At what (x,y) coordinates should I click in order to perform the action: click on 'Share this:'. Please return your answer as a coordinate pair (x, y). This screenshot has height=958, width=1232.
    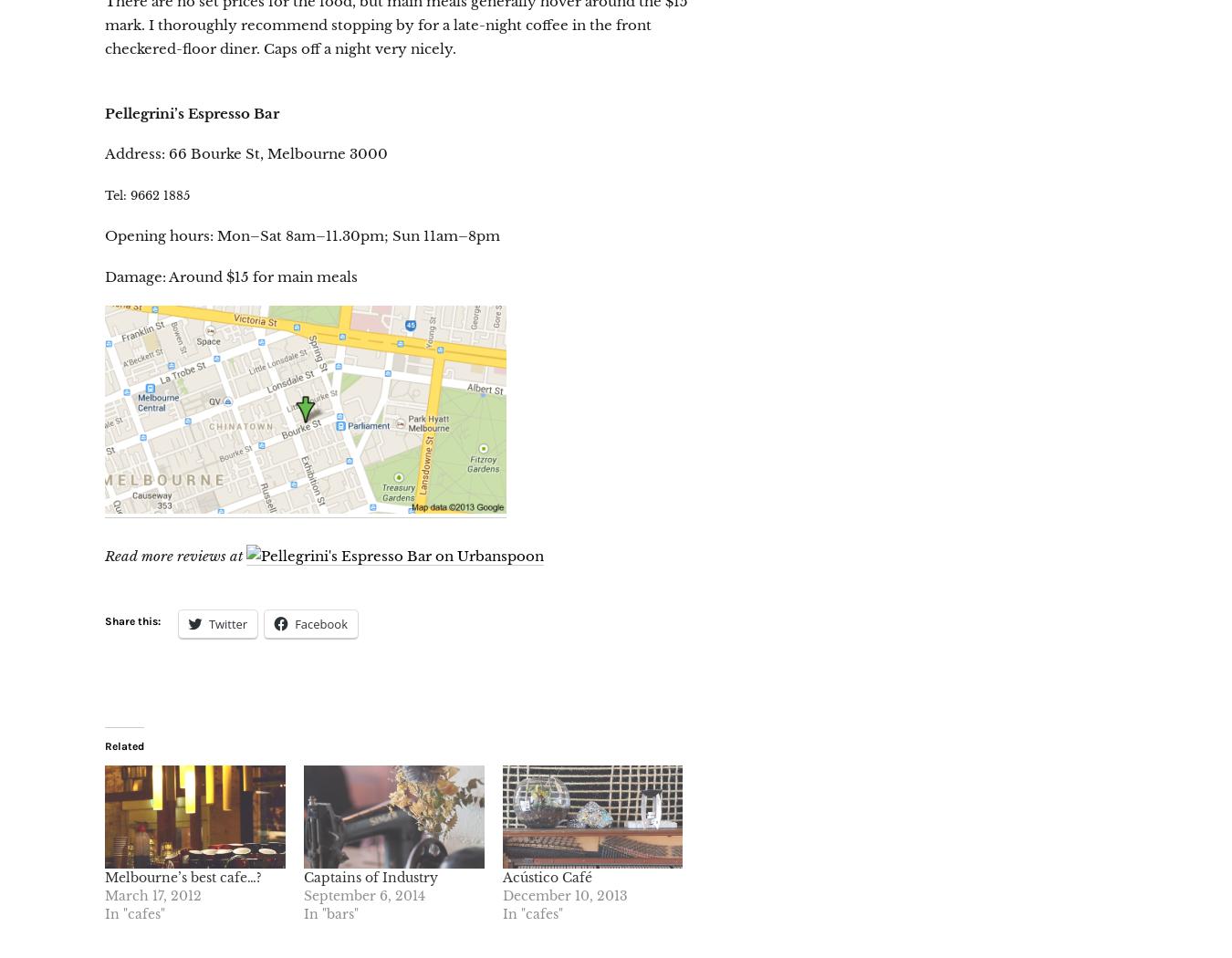
    Looking at the image, I should click on (132, 621).